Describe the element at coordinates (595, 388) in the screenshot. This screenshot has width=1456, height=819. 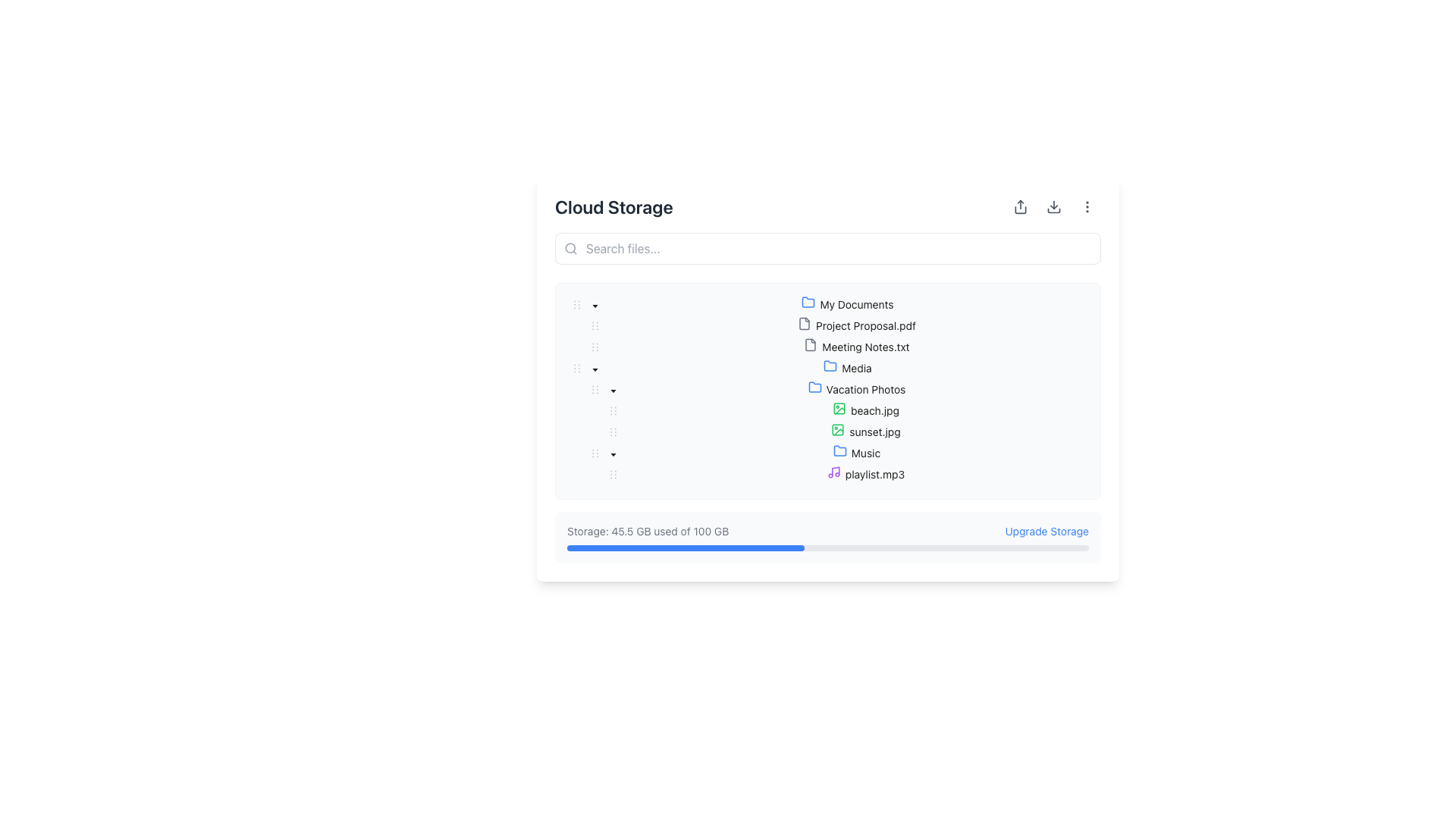
I see `the icon located in the expandable/collapsible tree view control of the 'Media' folder row, which serves as a graphical cue for dragging or holding functionality` at that location.